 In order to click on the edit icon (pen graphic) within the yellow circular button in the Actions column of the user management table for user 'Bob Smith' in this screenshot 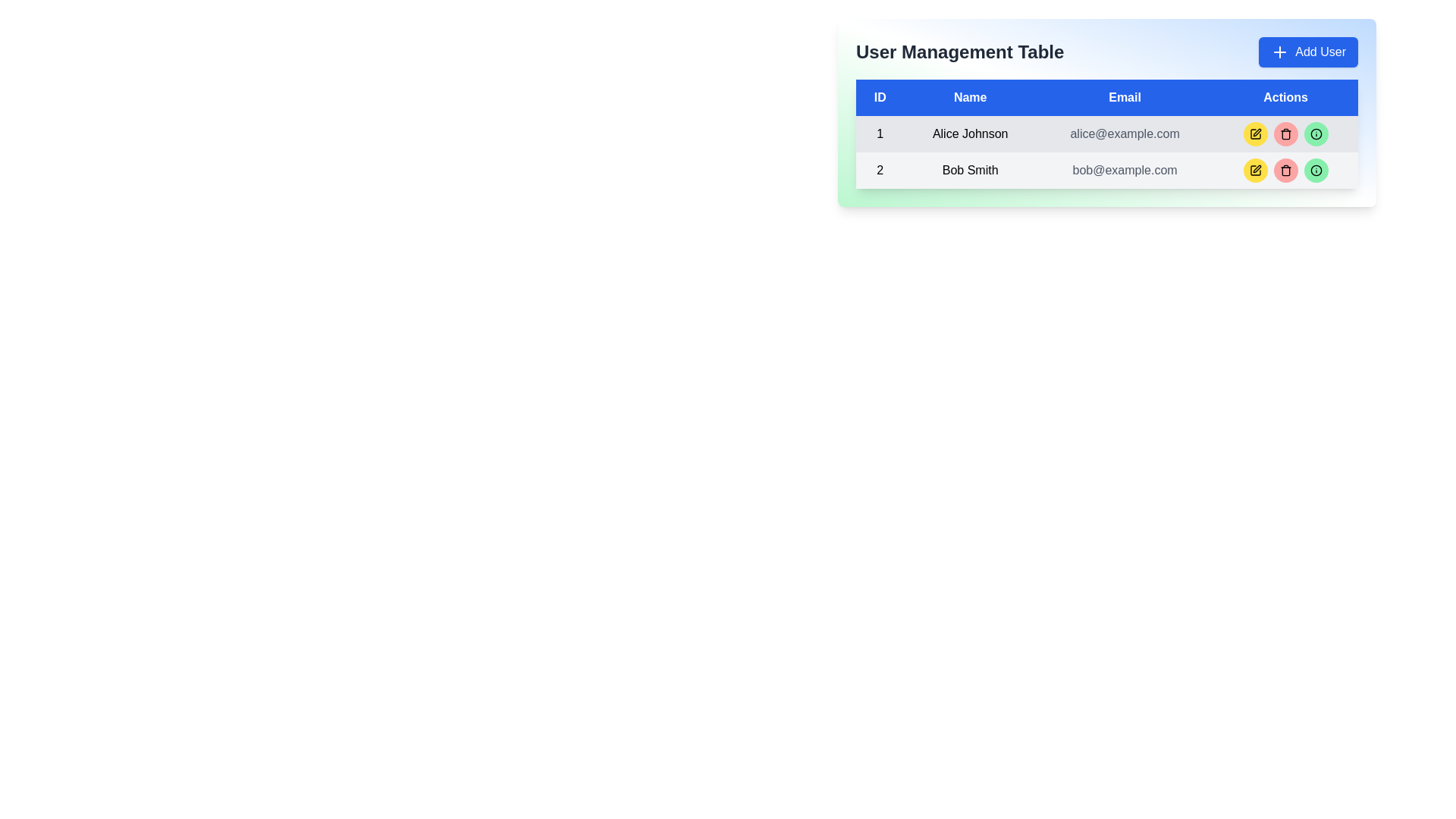, I will do `click(1257, 169)`.